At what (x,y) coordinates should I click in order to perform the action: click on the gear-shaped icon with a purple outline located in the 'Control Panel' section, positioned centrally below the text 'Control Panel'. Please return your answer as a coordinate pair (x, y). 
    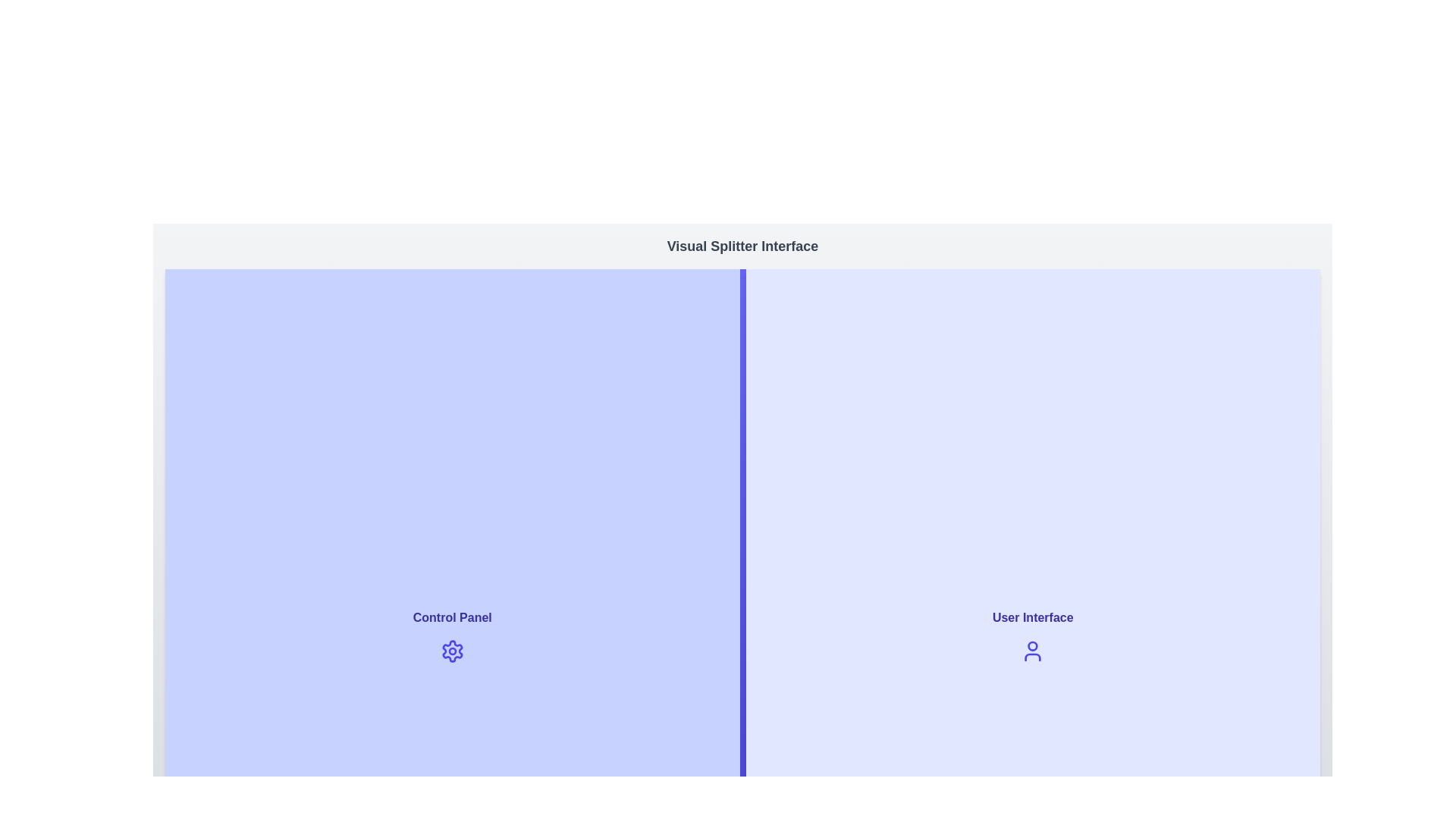
    Looking at the image, I should click on (451, 651).